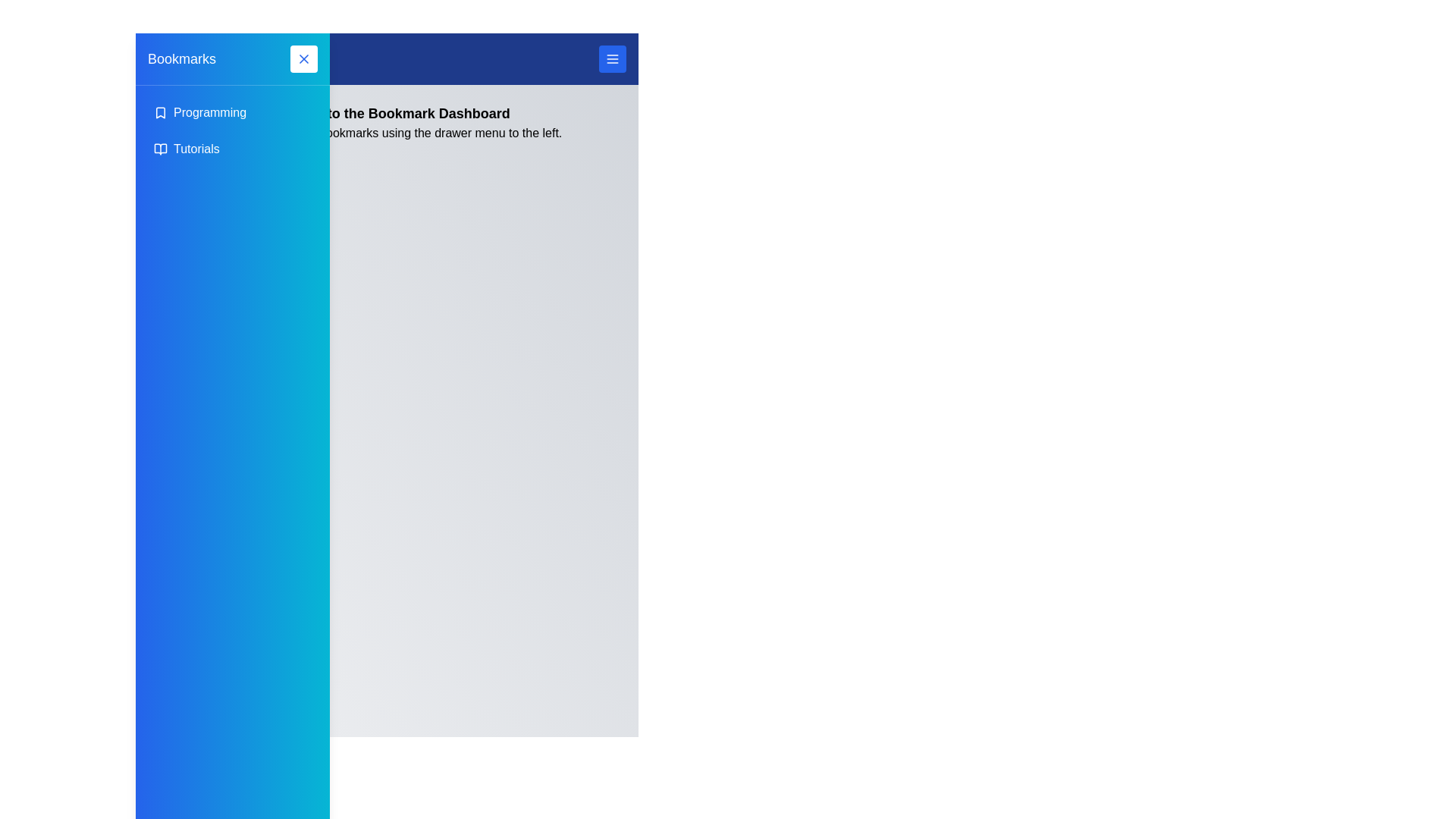  Describe the element at coordinates (160, 149) in the screenshot. I see `the second graphical icon representing a book or open pages in the left sidebar menu, located under the line element and labeled 'Tutorials'` at that location.